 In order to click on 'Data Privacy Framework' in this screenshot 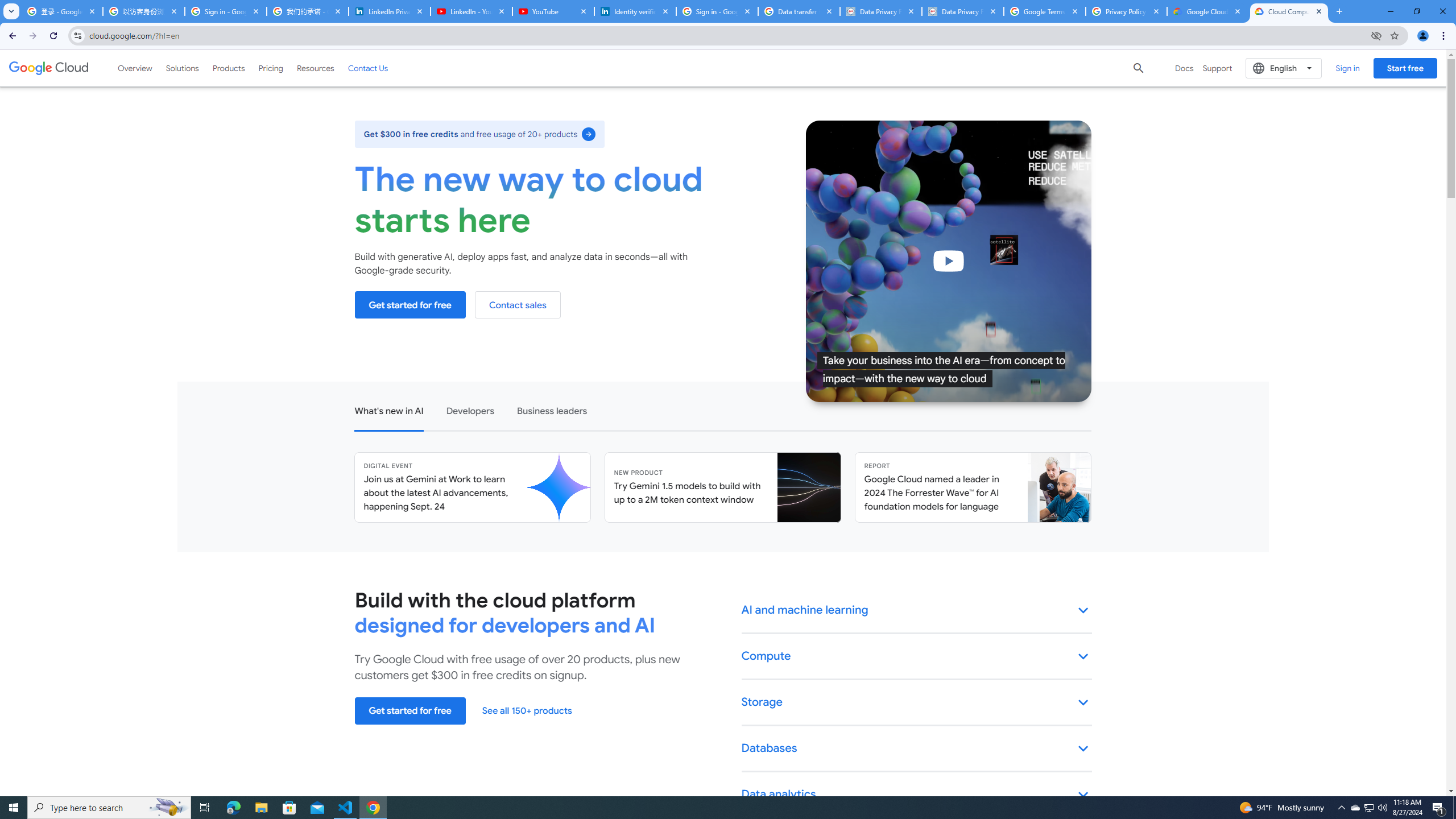, I will do `click(880, 11)`.